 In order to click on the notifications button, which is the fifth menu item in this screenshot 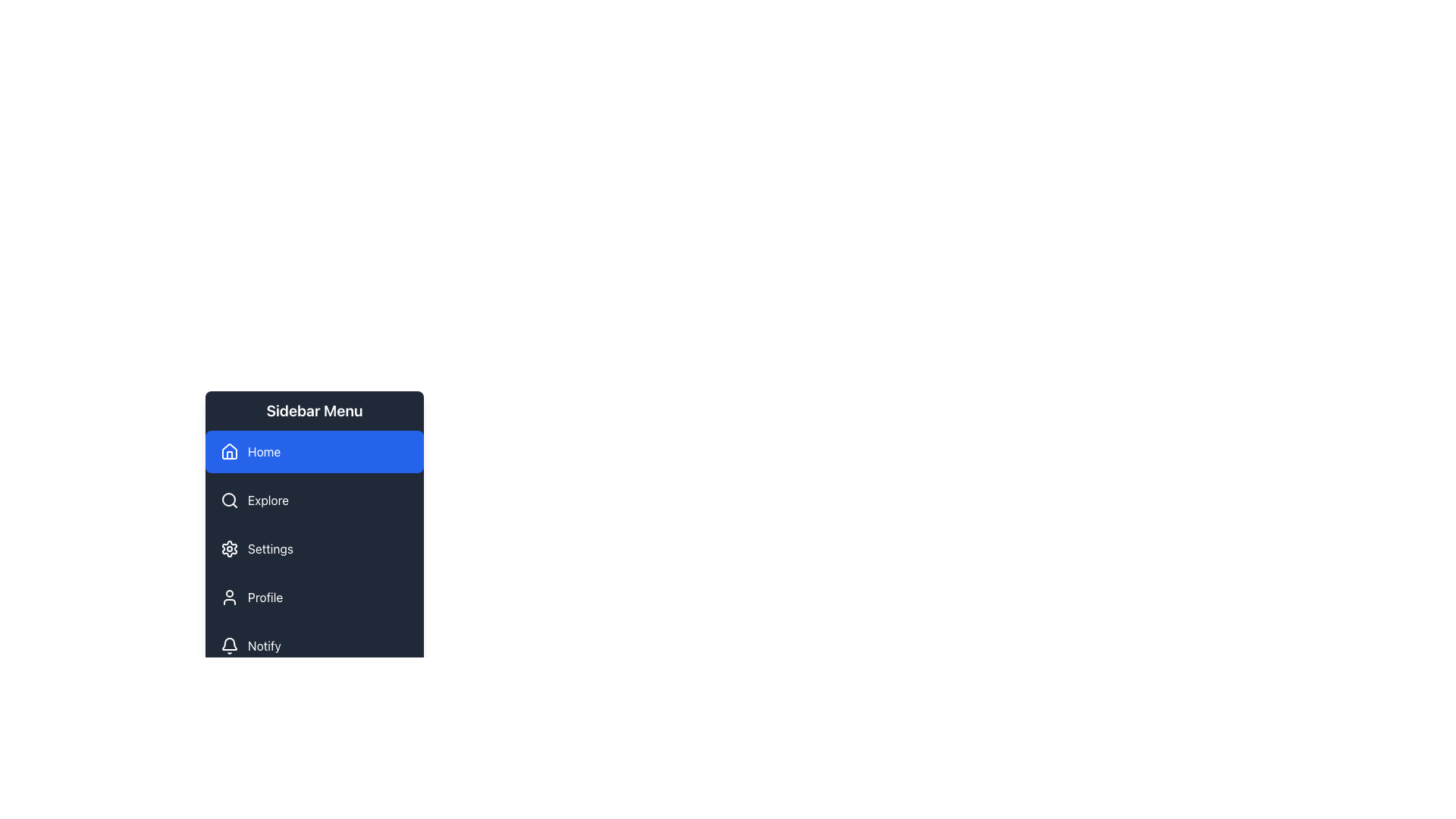, I will do `click(313, 646)`.